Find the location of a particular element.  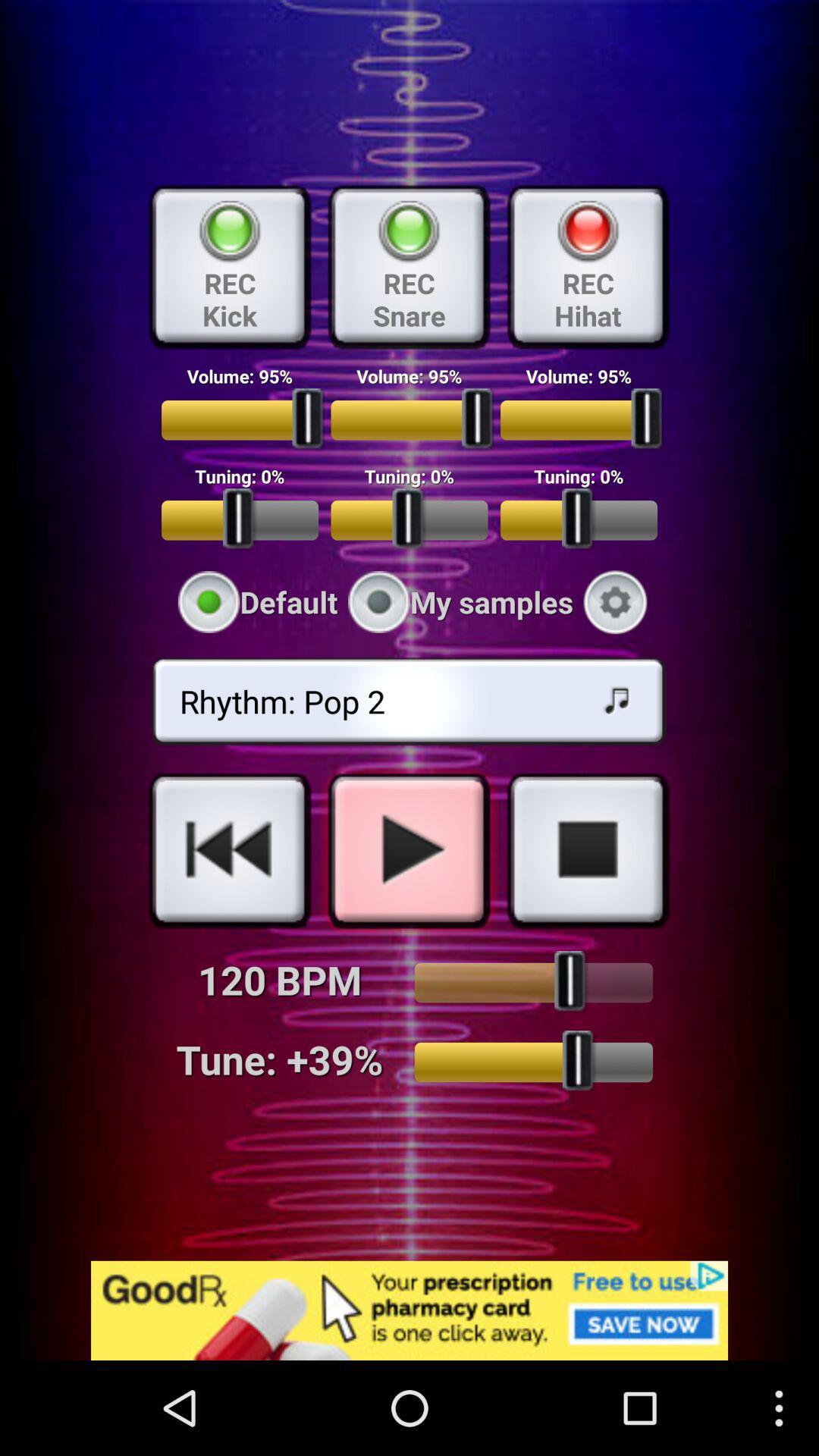

tuner is located at coordinates (532, 1062).